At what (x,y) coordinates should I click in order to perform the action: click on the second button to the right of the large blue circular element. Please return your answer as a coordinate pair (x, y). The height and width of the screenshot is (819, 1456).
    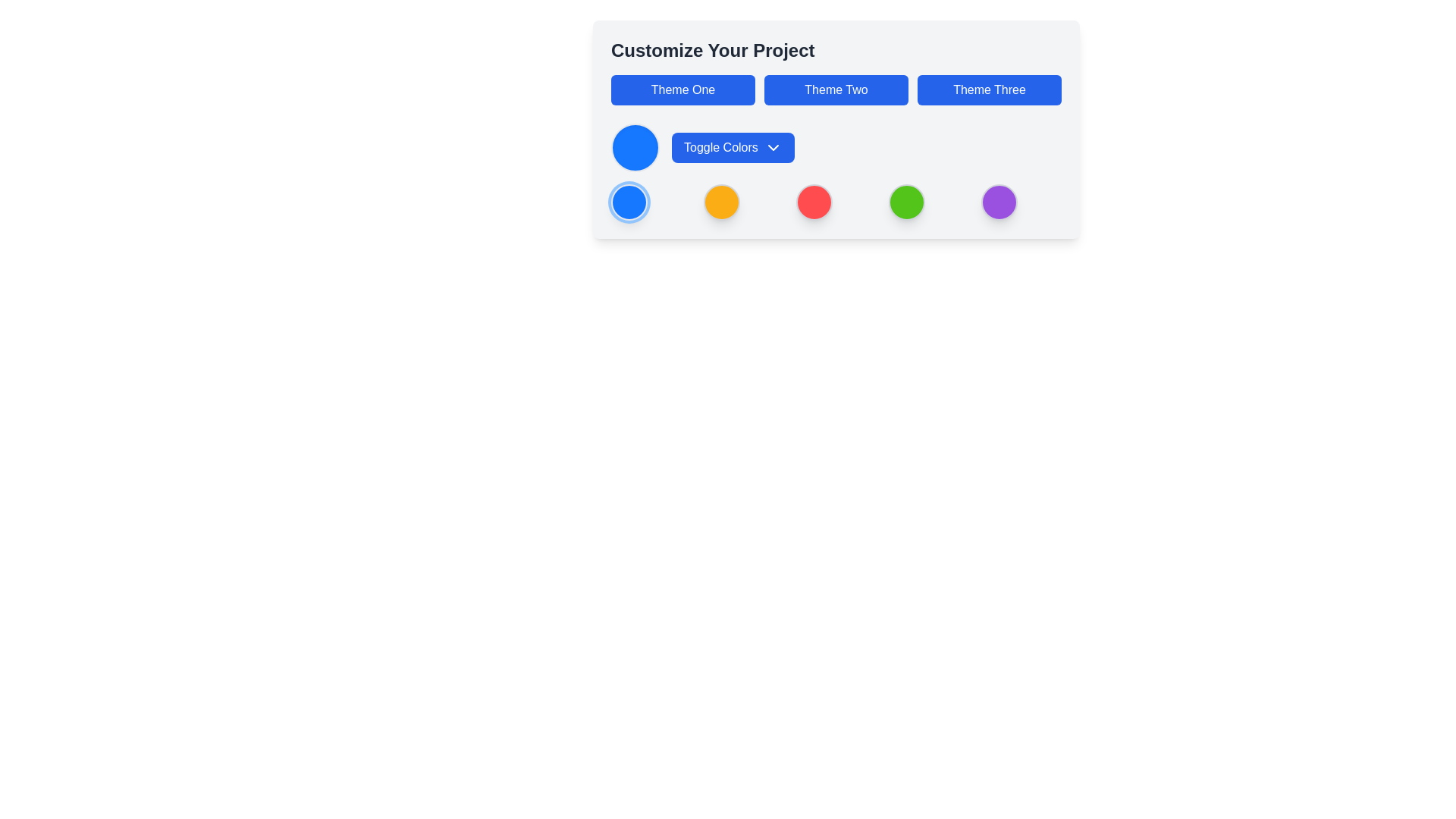
    Looking at the image, I should click on (733, 147).